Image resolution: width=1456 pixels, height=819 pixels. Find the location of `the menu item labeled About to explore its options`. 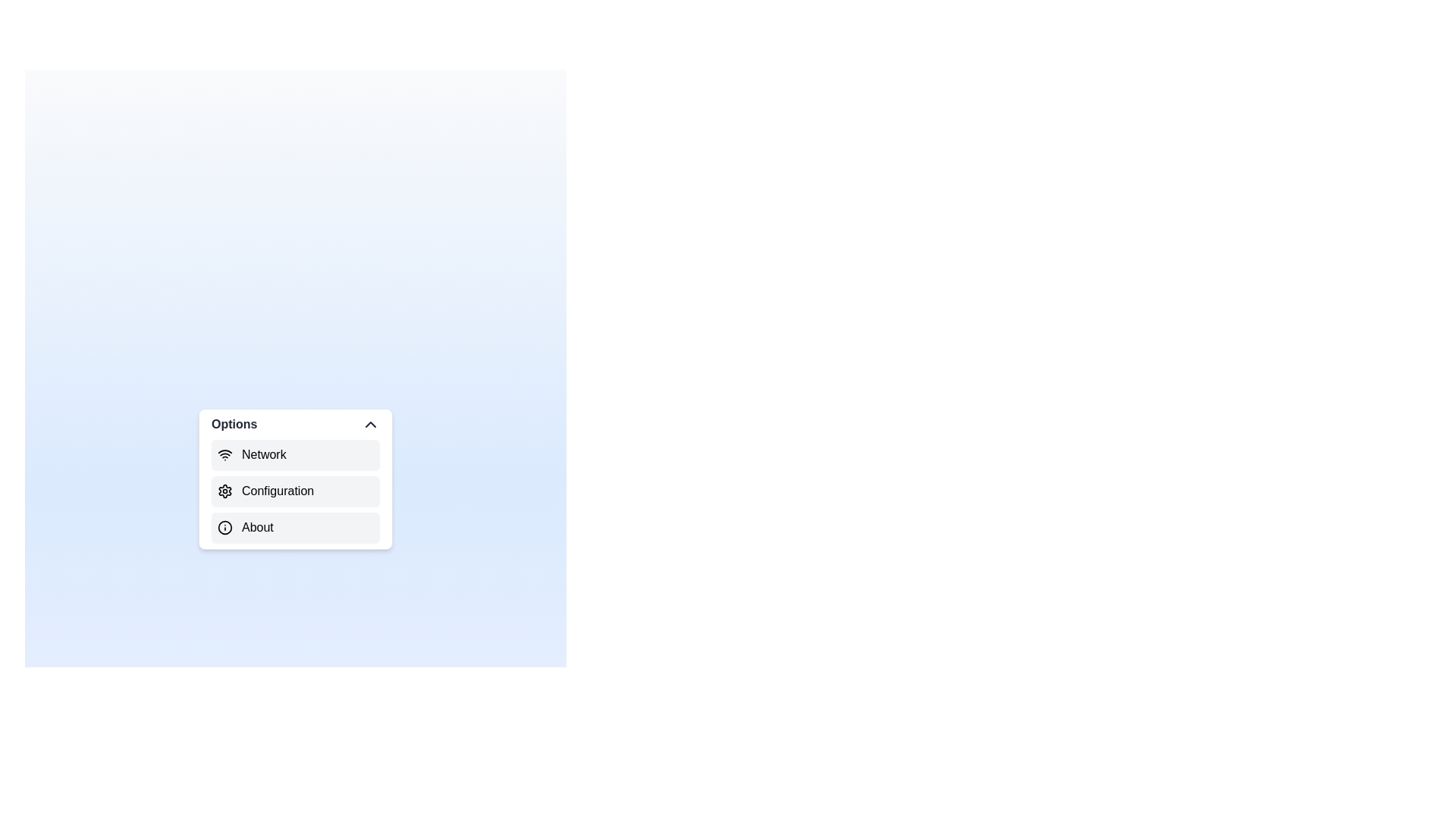

the menu item labeled About to explore its options is located at coordinates (295, 526).